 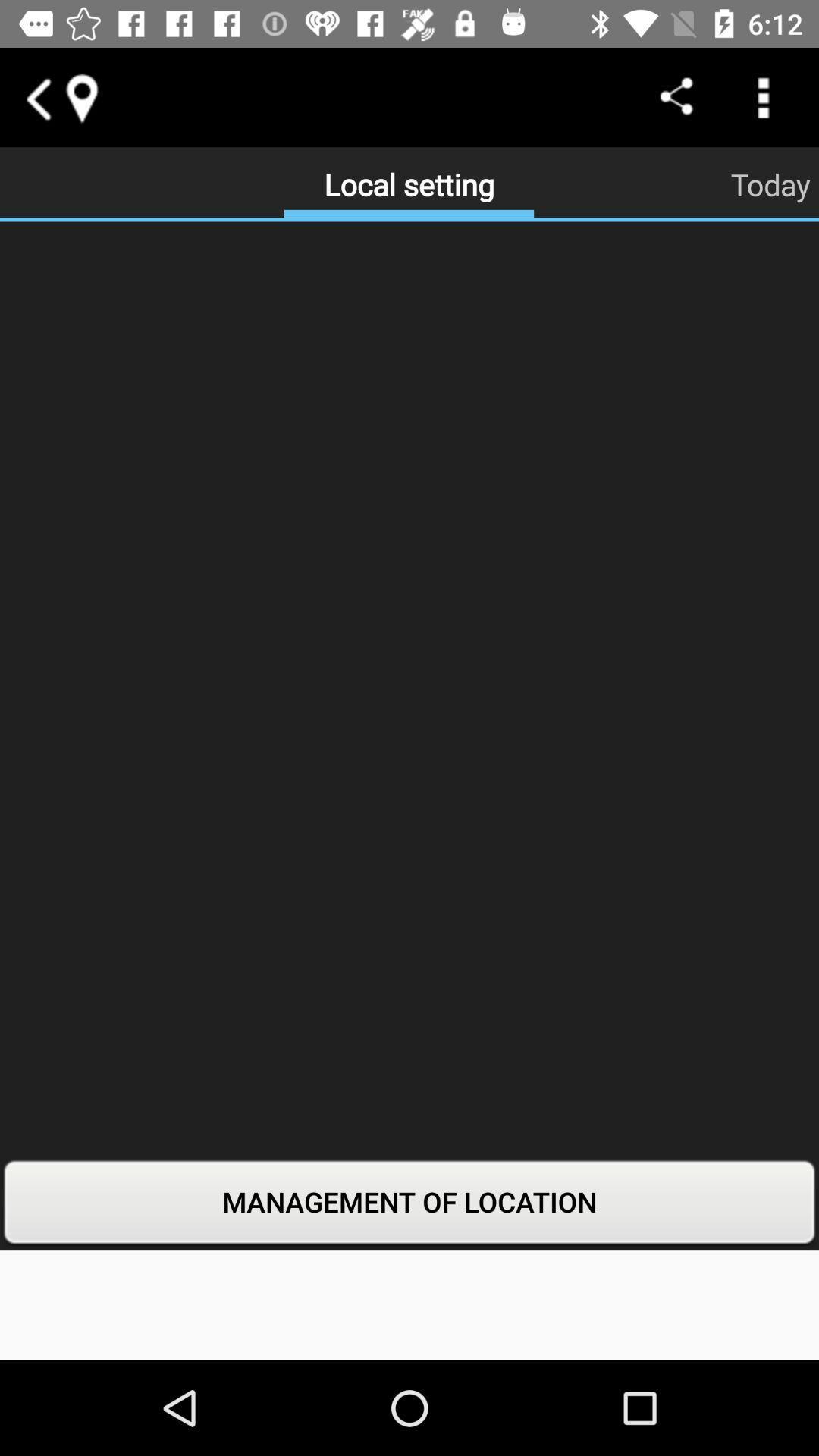 I want to click on the location icon, so click(x=81, y=96).